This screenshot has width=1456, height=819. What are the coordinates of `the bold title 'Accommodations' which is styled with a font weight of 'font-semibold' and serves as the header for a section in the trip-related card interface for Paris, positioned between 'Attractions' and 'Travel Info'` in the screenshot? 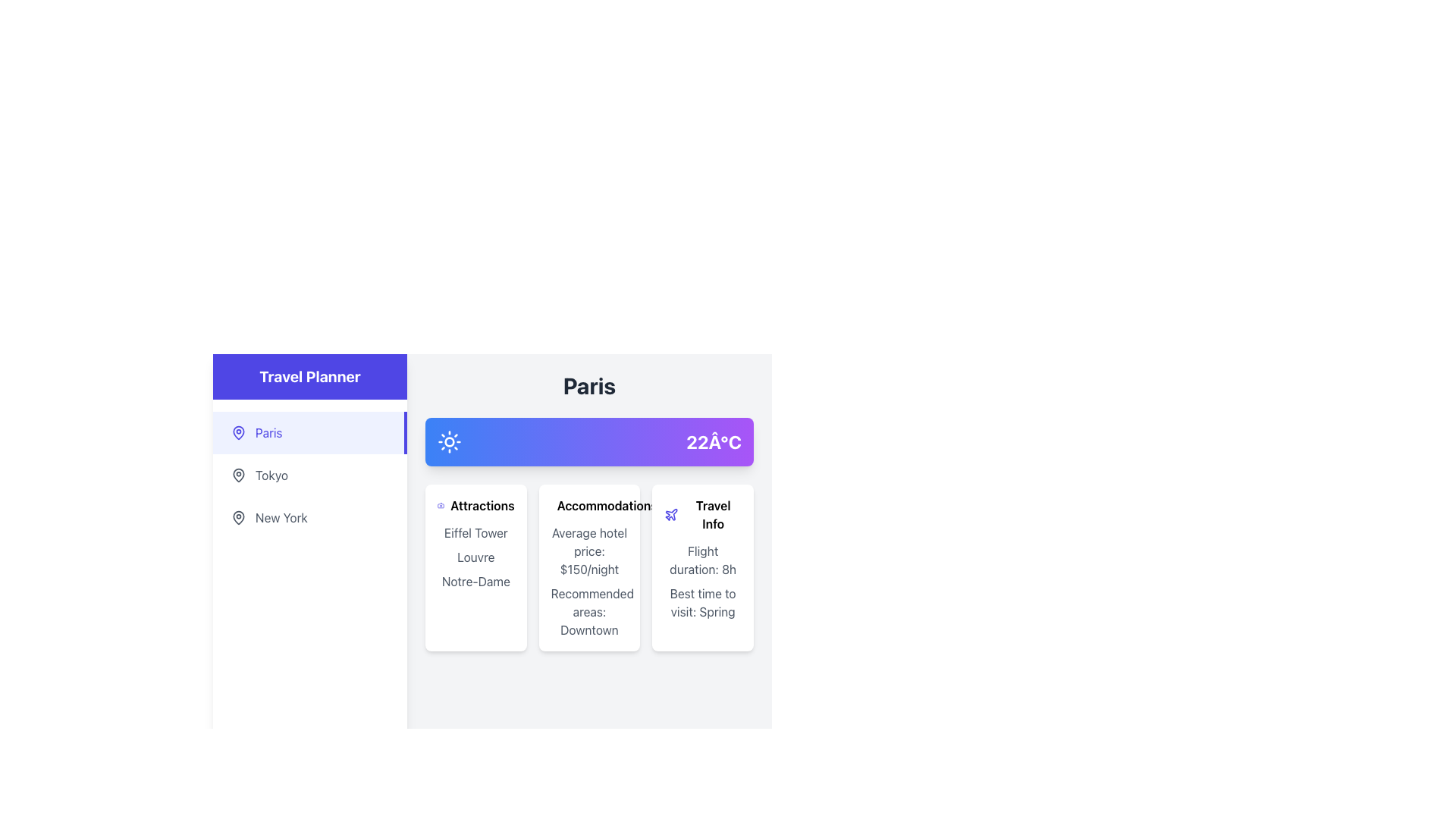 It's located at (607, 506).